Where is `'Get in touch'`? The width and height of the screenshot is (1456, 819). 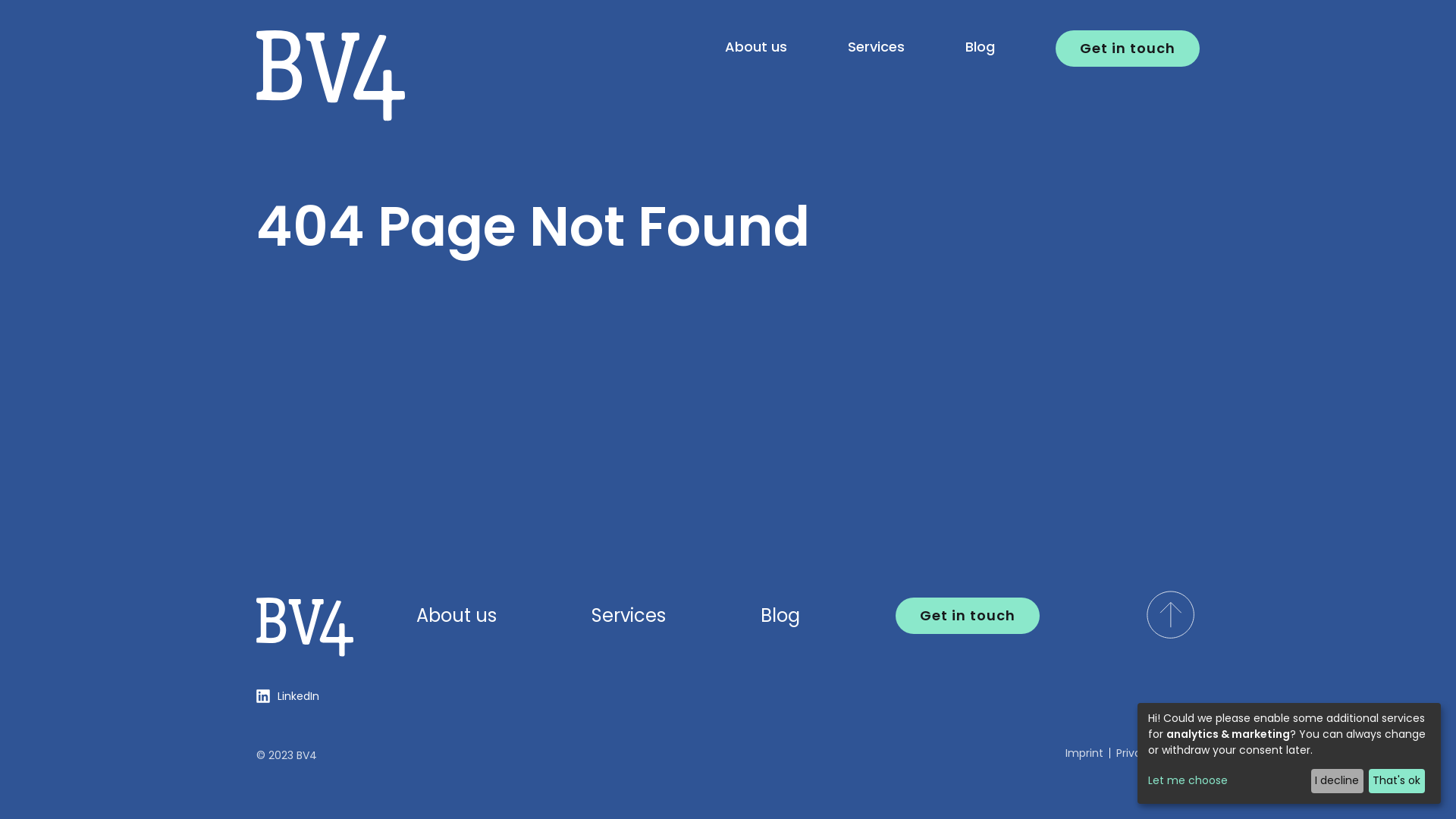
'Get in touch' is located at coordinates (1128, 48).